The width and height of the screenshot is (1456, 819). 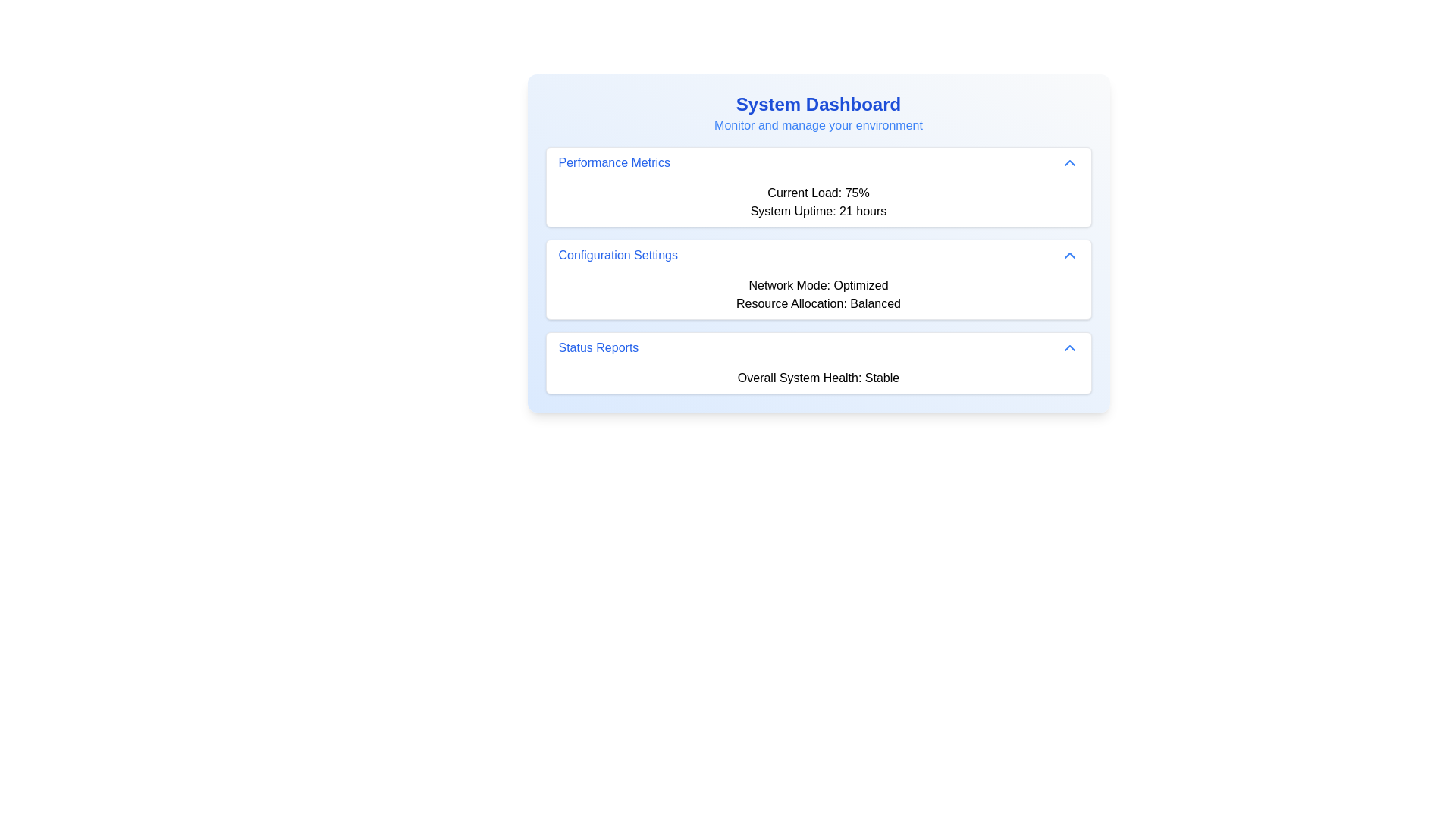 I want to click on the 'Performance Metrics' Information Card, which displays metrics such as 'Current Load: 75%' and 'System Uptime: 21 hours', located at the top of the list of cards, so click(x=817, y=186).